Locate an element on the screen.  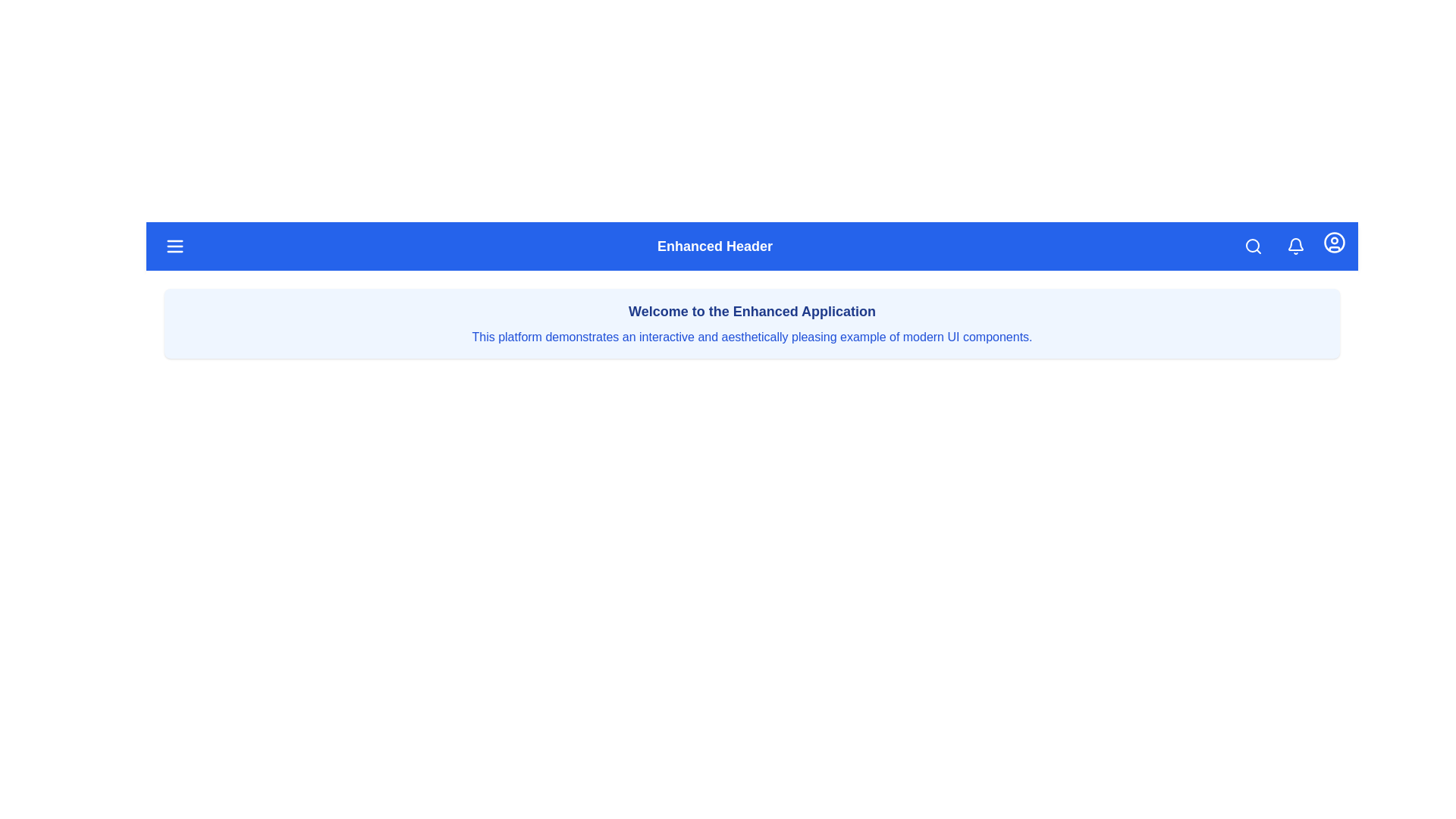
the user profile icon located at the top-right corner of the header is located at coordinates (1335, 242).